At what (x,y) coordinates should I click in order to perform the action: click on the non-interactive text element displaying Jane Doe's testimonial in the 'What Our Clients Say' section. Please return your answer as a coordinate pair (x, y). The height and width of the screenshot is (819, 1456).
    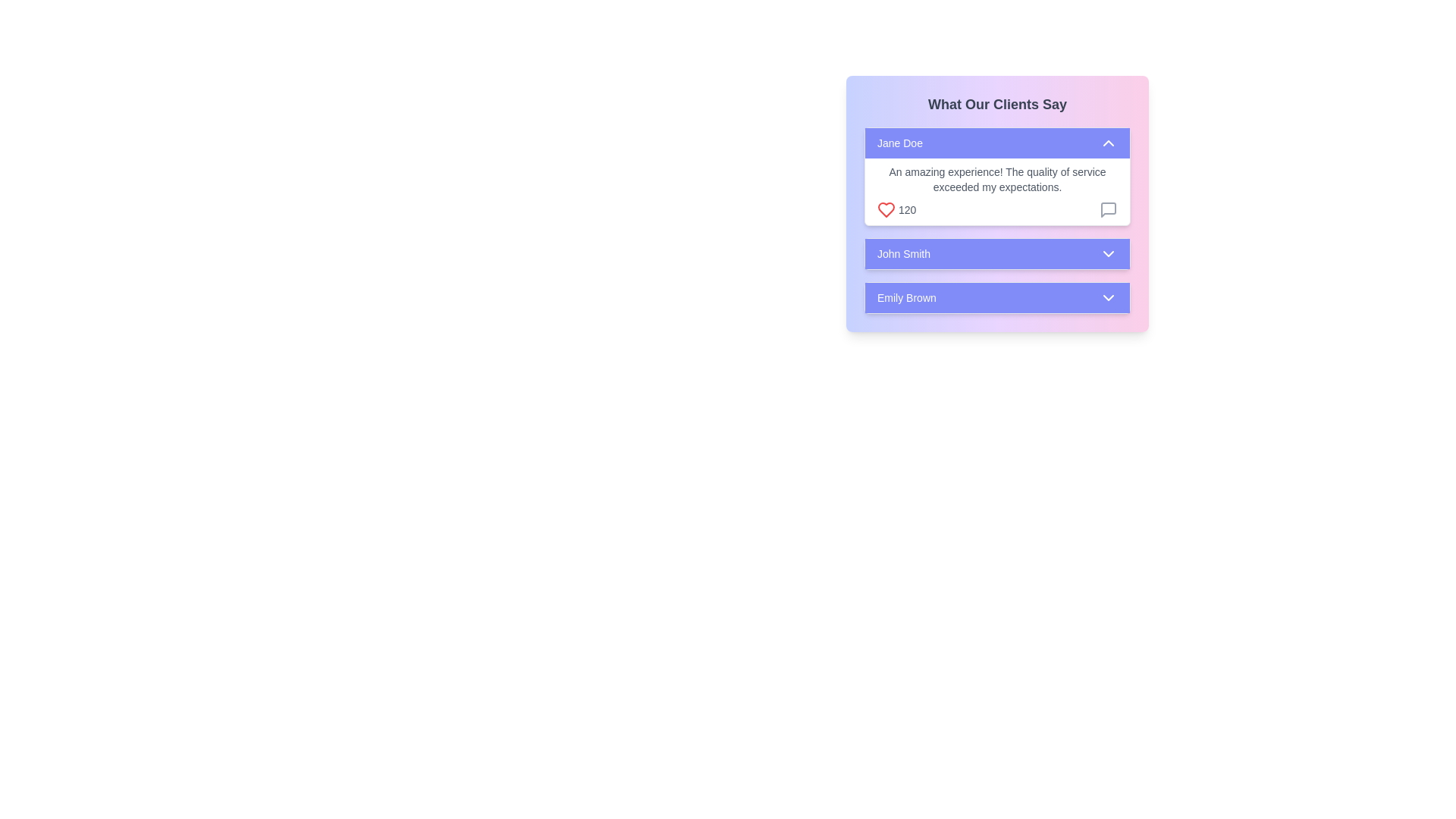
    Looking at the image, I should click on (997, 178).